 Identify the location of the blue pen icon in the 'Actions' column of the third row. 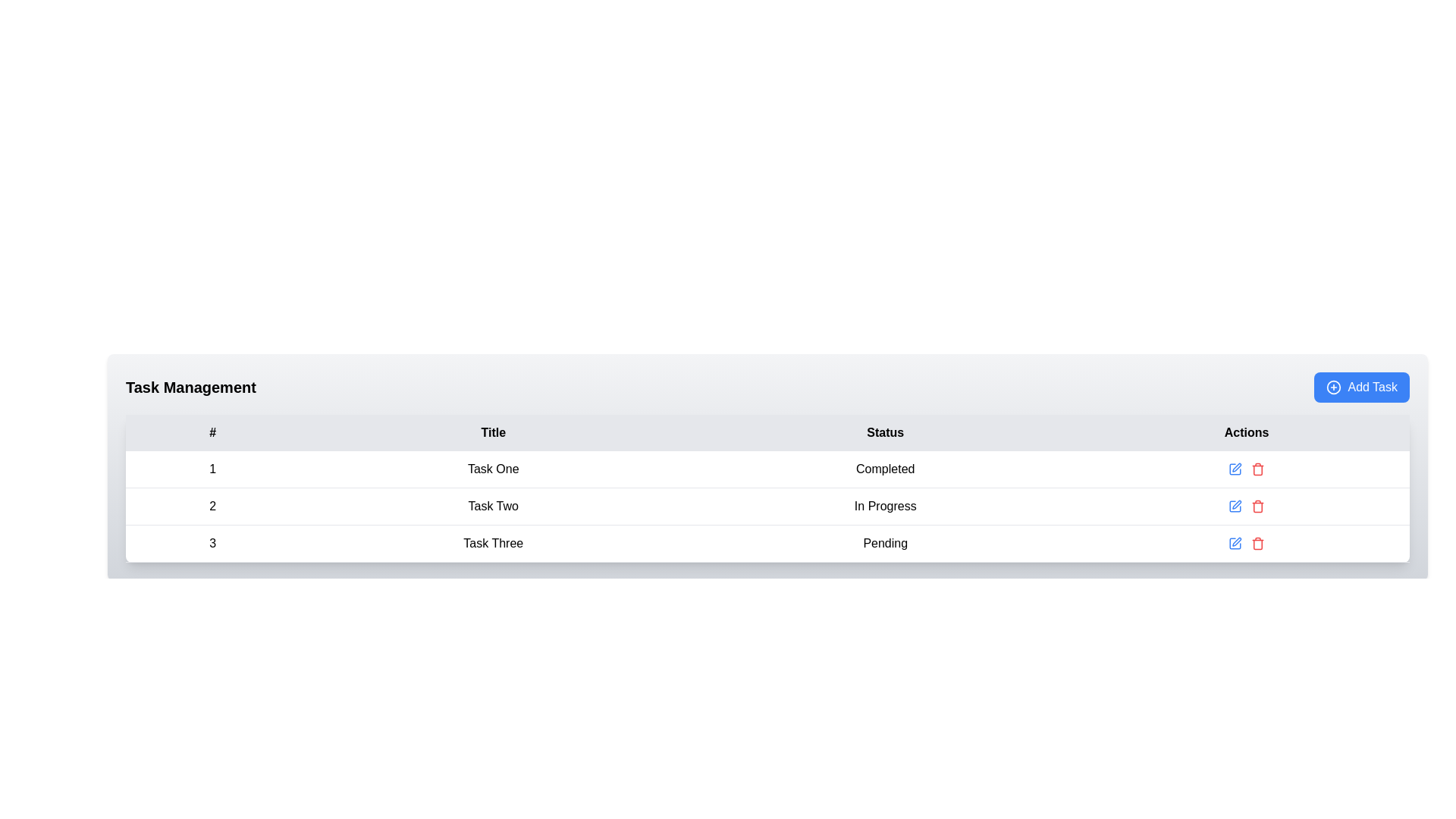
(1235, 543).